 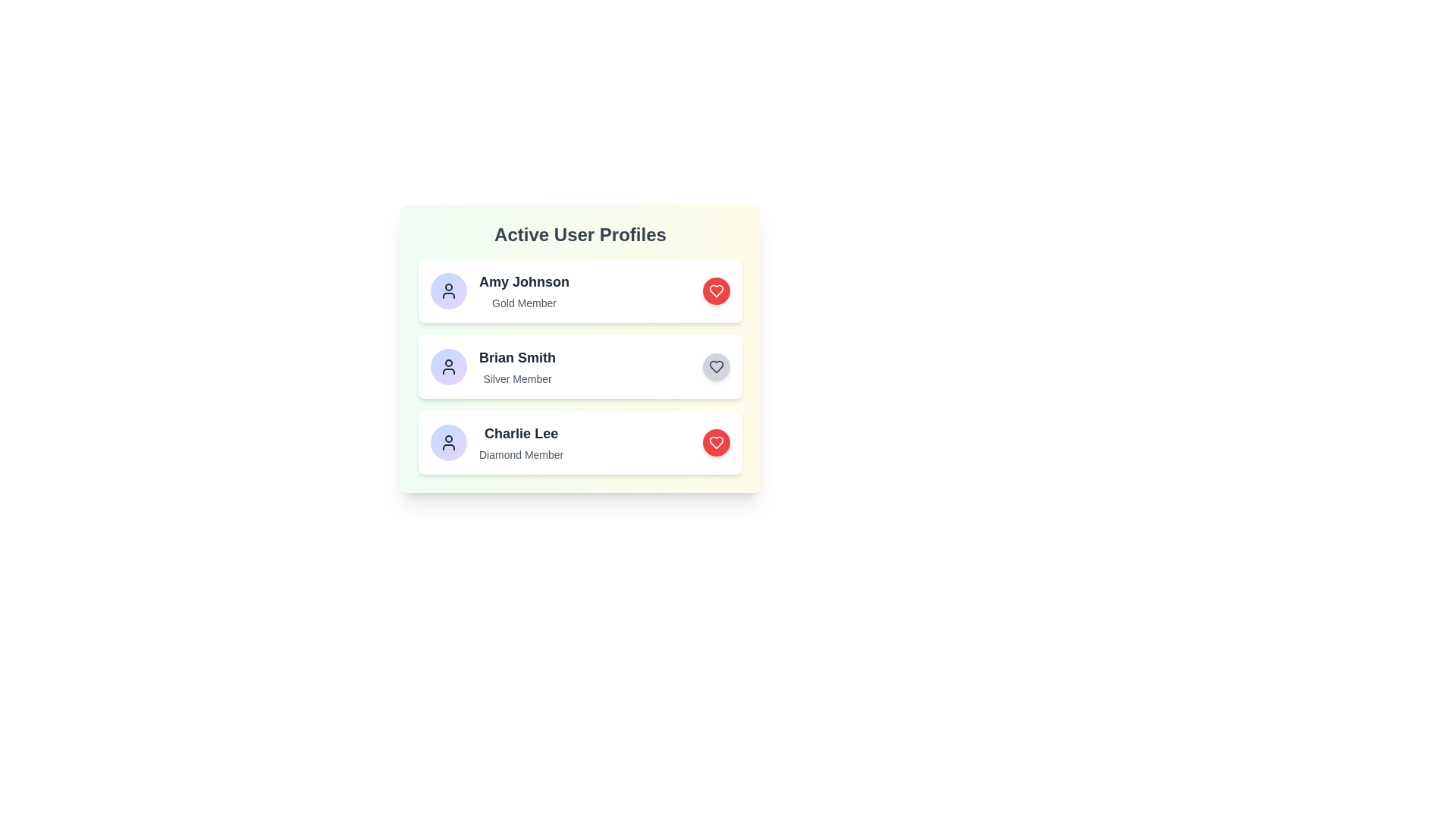 I want to click on the Decorative user icon placeholder, which is a circular button with a gradient background and a user symbol icon, located at the leftmost position of the first row in the user information component, so click(x=447, y=291).